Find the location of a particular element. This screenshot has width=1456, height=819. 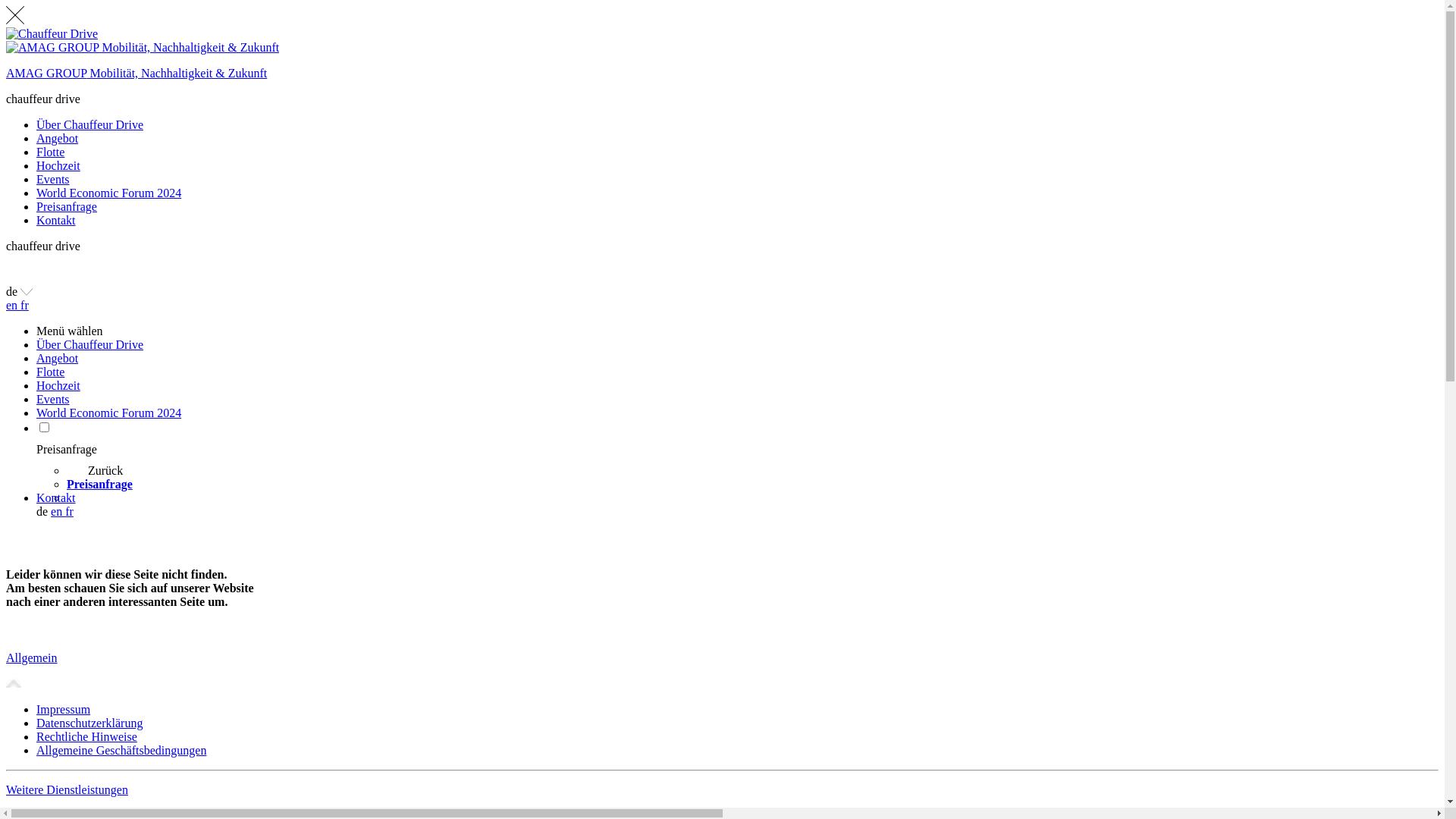

'Angebot' is located at coordinates (57, 138).